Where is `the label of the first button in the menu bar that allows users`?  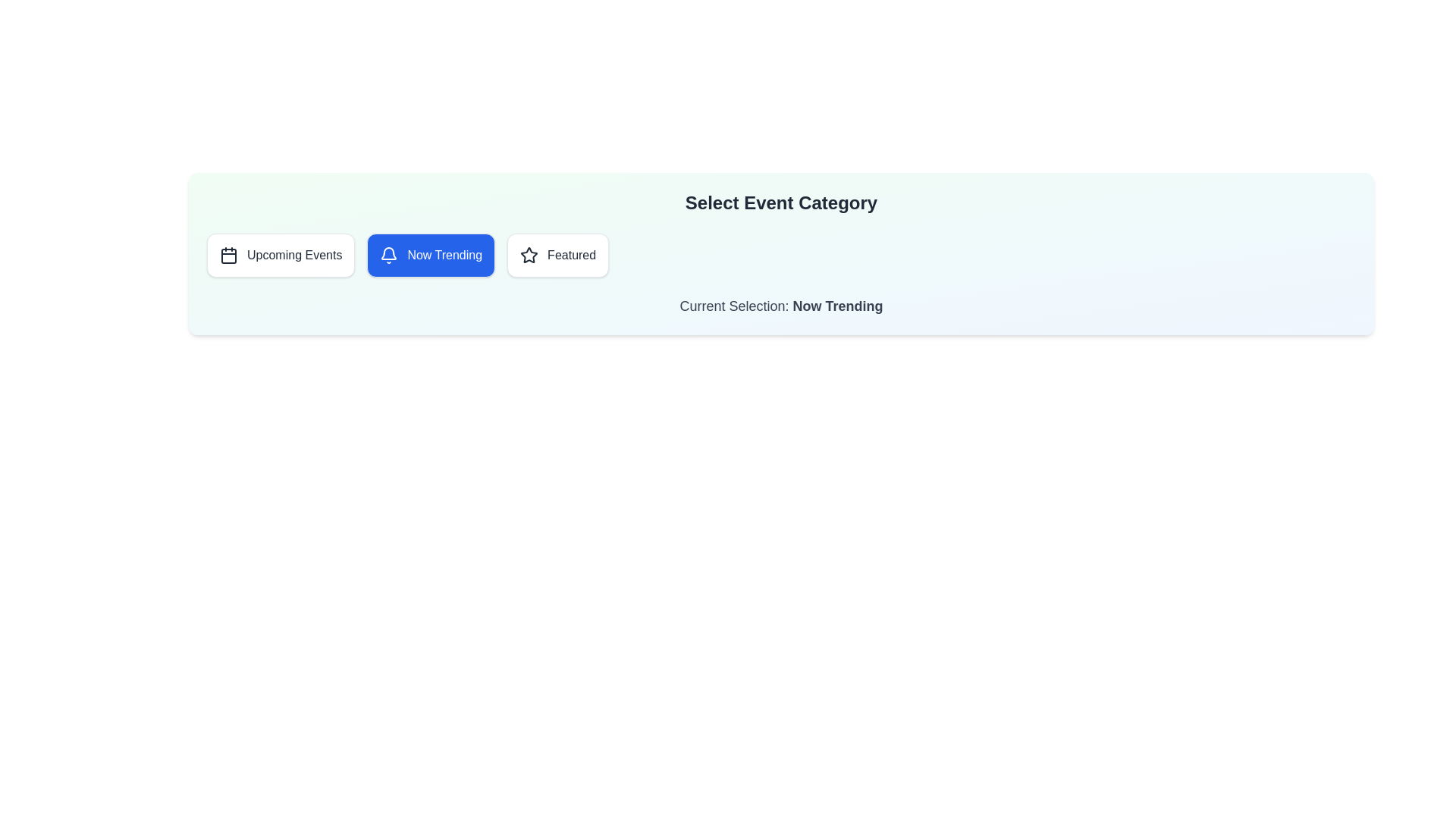
the label of the first button in the menu bar that allows users is located at coordinates (294, 254).